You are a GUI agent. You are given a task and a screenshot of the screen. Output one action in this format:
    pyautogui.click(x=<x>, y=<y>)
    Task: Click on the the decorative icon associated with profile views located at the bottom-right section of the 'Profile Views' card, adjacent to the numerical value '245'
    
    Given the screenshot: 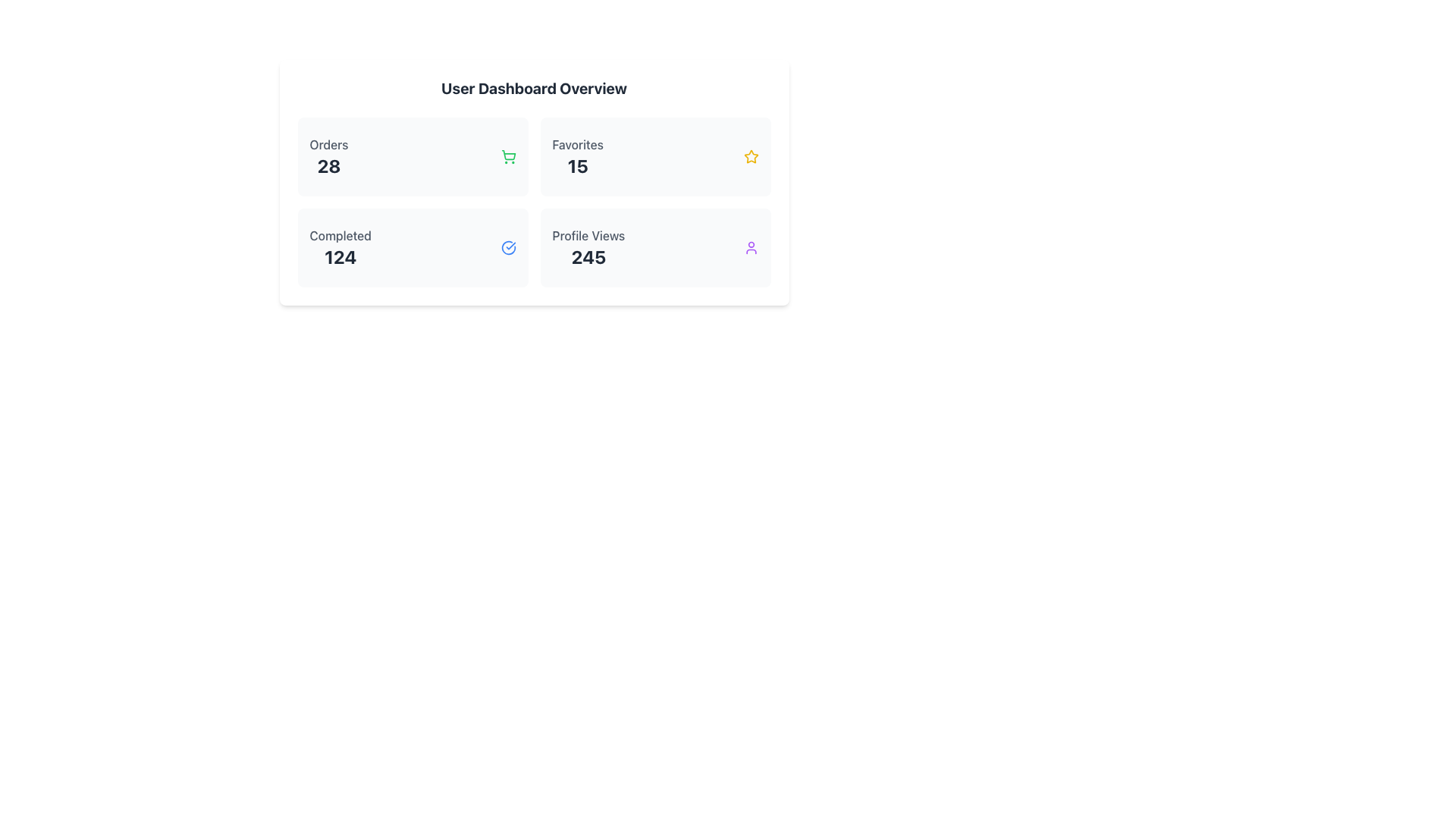 What is the action you would take?
    pyautogui.click(x=751, y=247)
    